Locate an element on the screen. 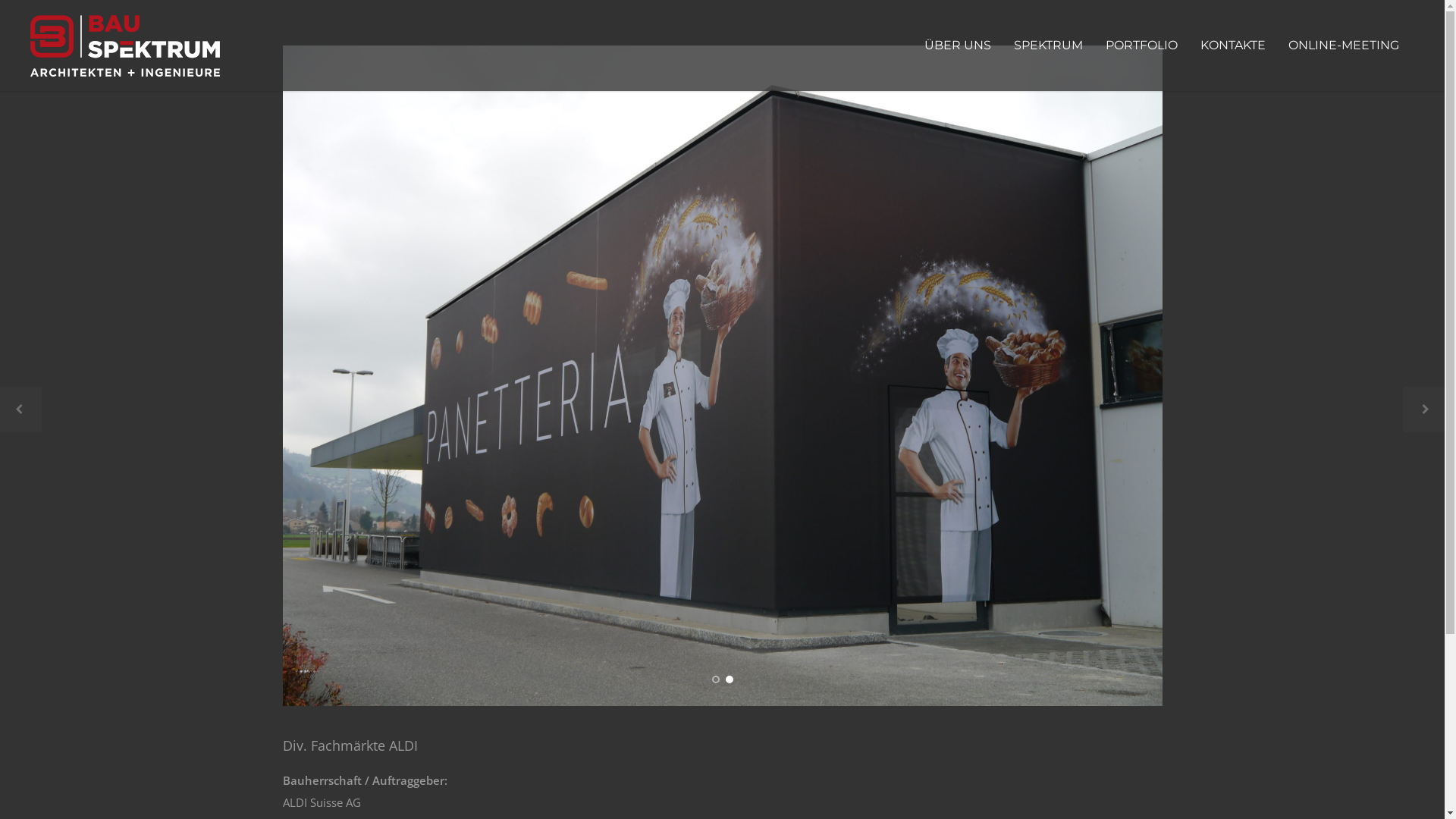  'PORTFOLIO' is located at coordinates (1094, 44).